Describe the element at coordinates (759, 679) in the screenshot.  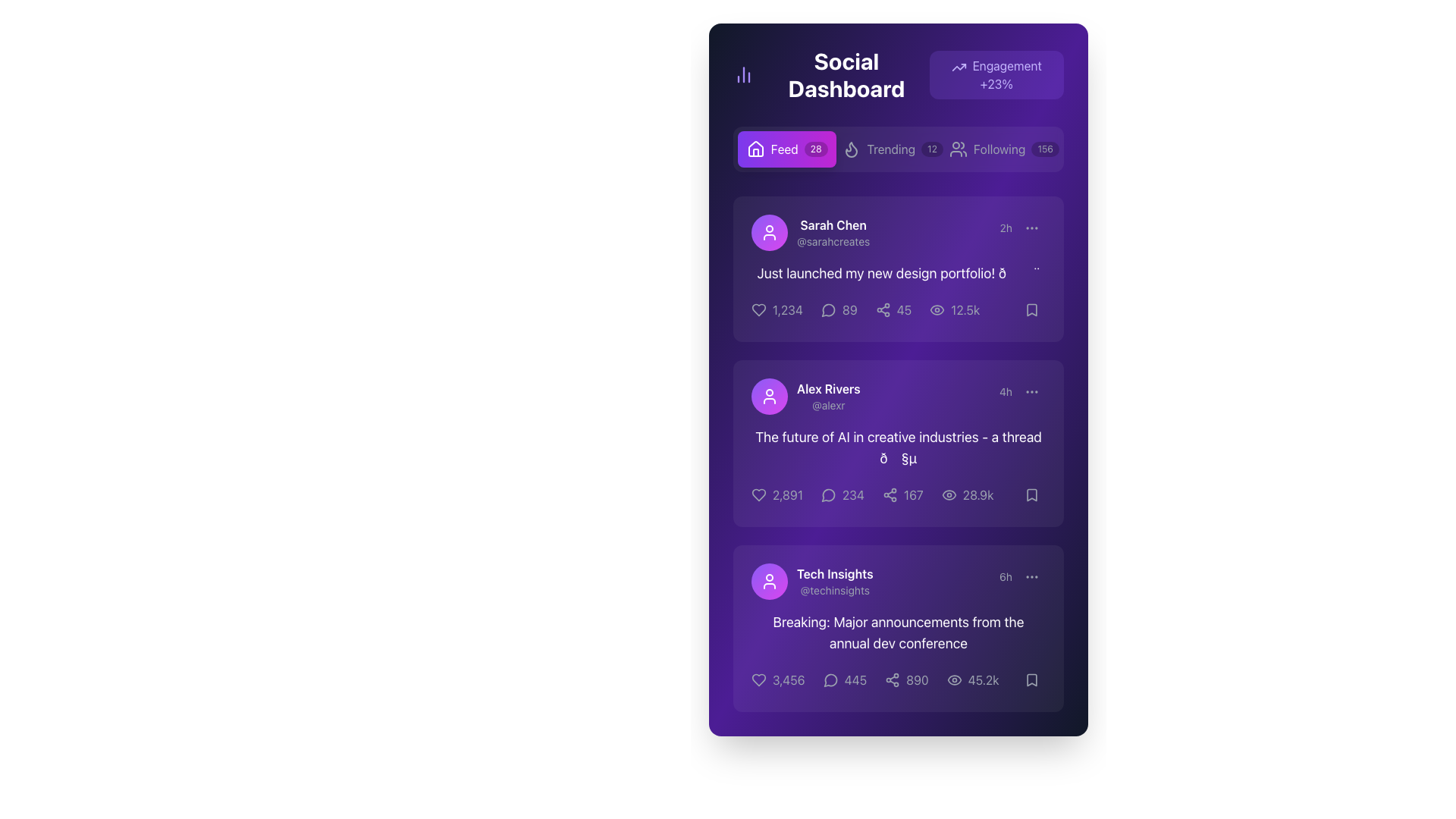
I see `the heart-shaped icon button to like the post in the 'Tech Insights' entry, which is the first icon in the row of interactive icons` at that location.